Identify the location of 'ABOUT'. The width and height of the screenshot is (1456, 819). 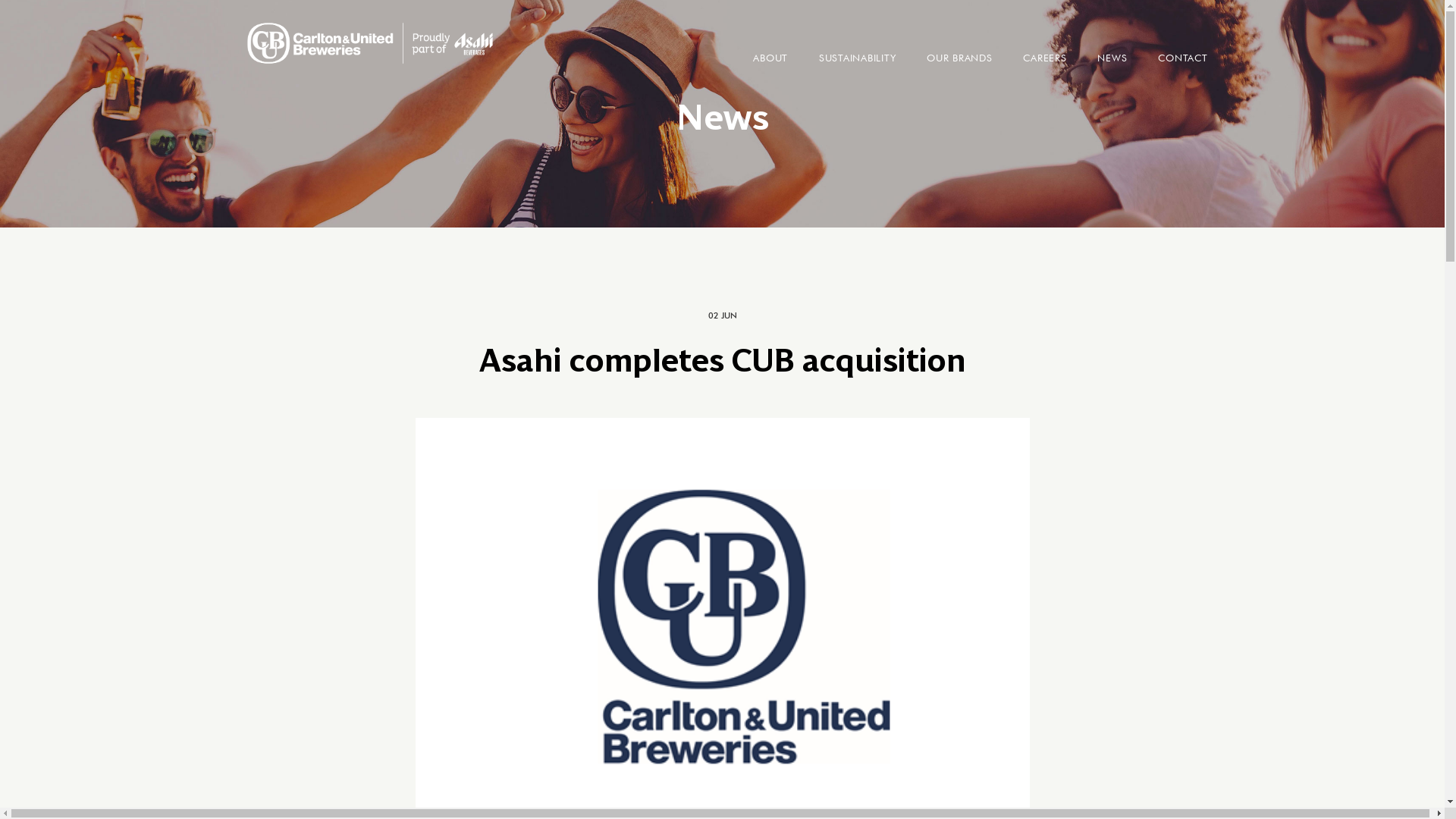
(770, 63).